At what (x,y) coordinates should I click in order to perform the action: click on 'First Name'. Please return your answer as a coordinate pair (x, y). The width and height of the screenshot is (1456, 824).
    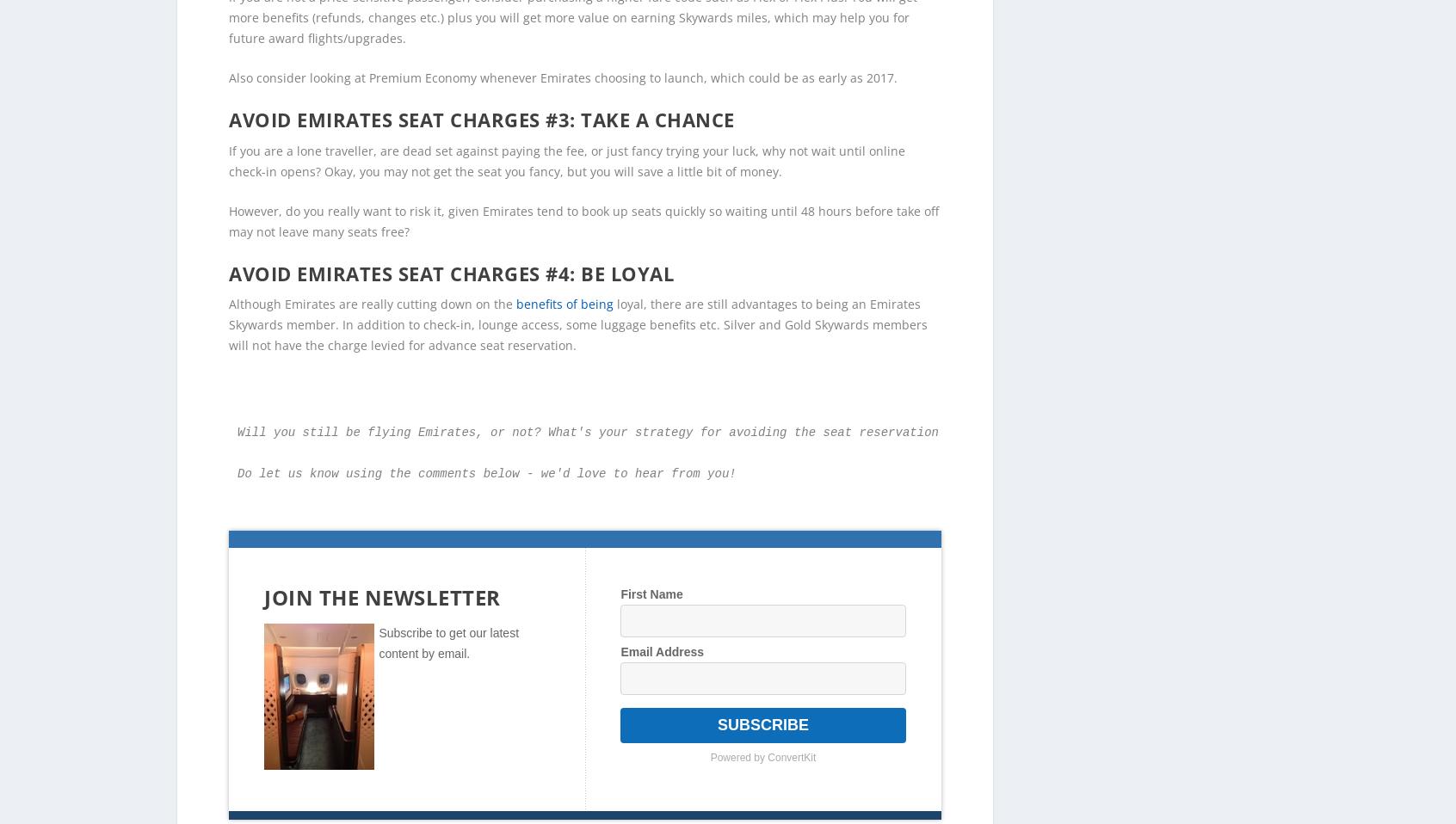
    Looking at the image, I should click on (651, 564).